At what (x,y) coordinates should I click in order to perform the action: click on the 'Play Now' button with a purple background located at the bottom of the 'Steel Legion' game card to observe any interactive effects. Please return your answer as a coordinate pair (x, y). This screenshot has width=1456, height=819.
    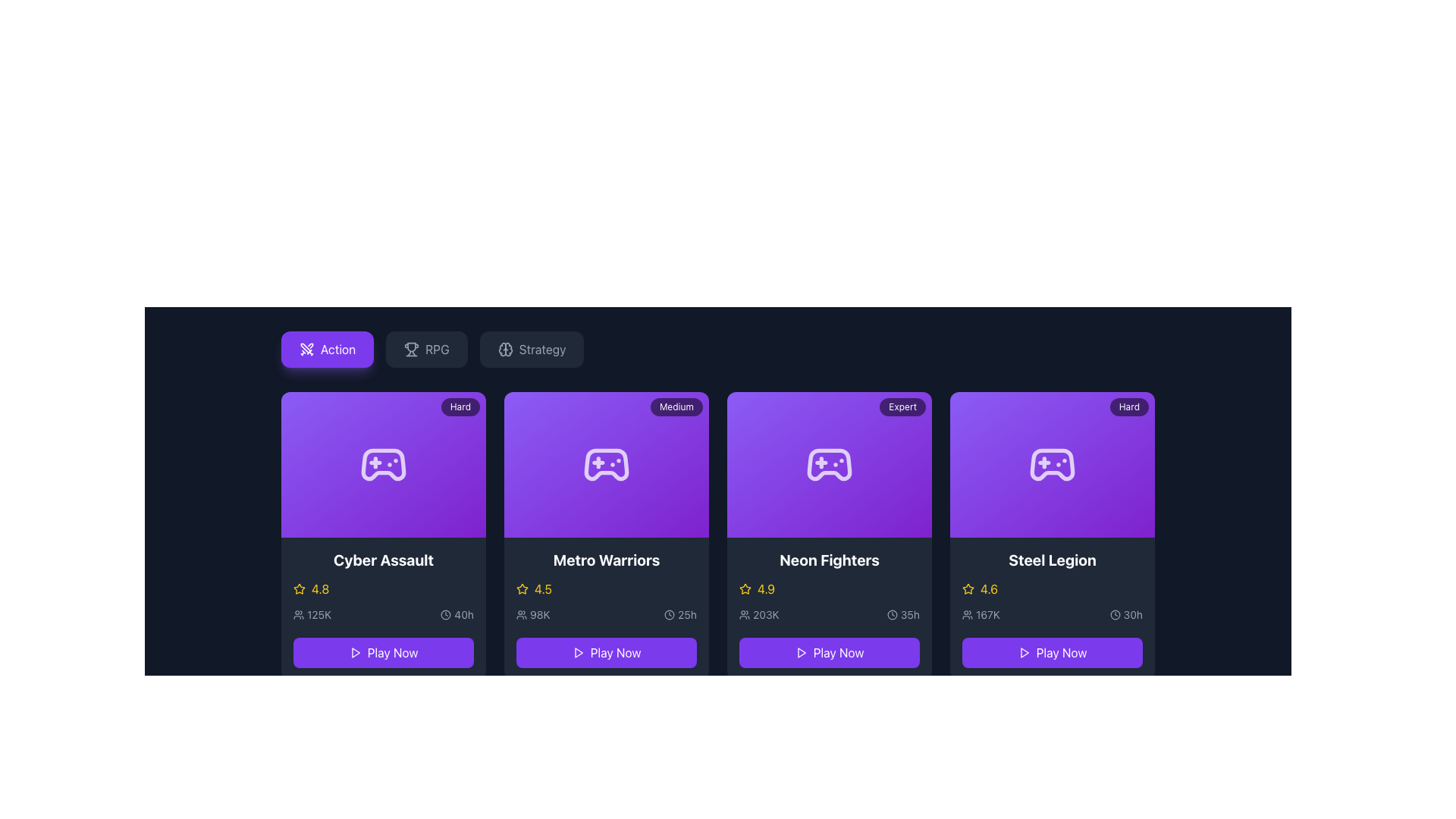
    Looking at the image, I should click on (1051, 648).